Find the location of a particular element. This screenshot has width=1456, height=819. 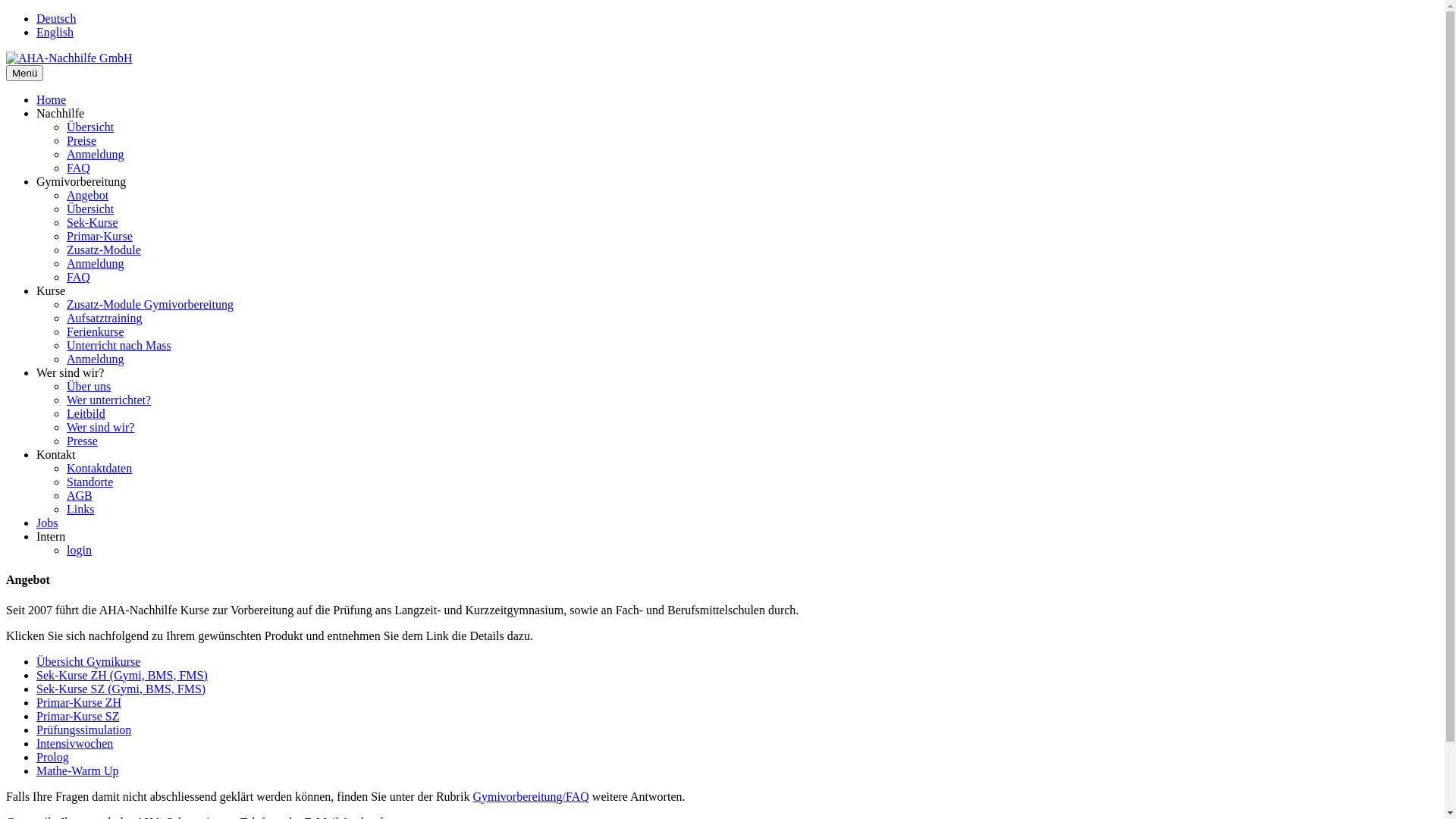

'Sek-Kurse ZH (Gymi, BMS, FMS)' is located at coordinates (36, 674).